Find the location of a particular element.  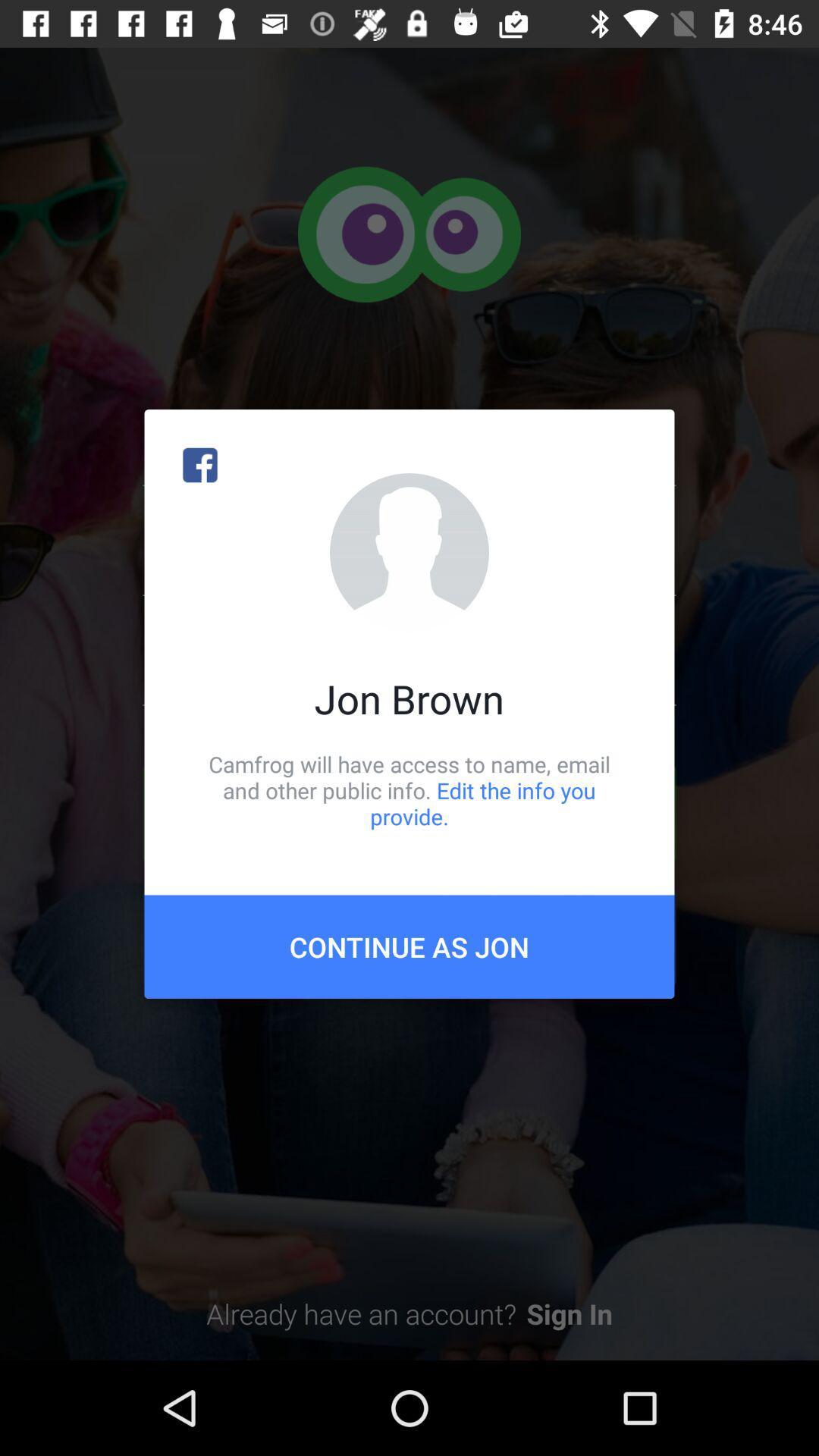

the icon above the continue as jon is located at coordinates (409, 789).